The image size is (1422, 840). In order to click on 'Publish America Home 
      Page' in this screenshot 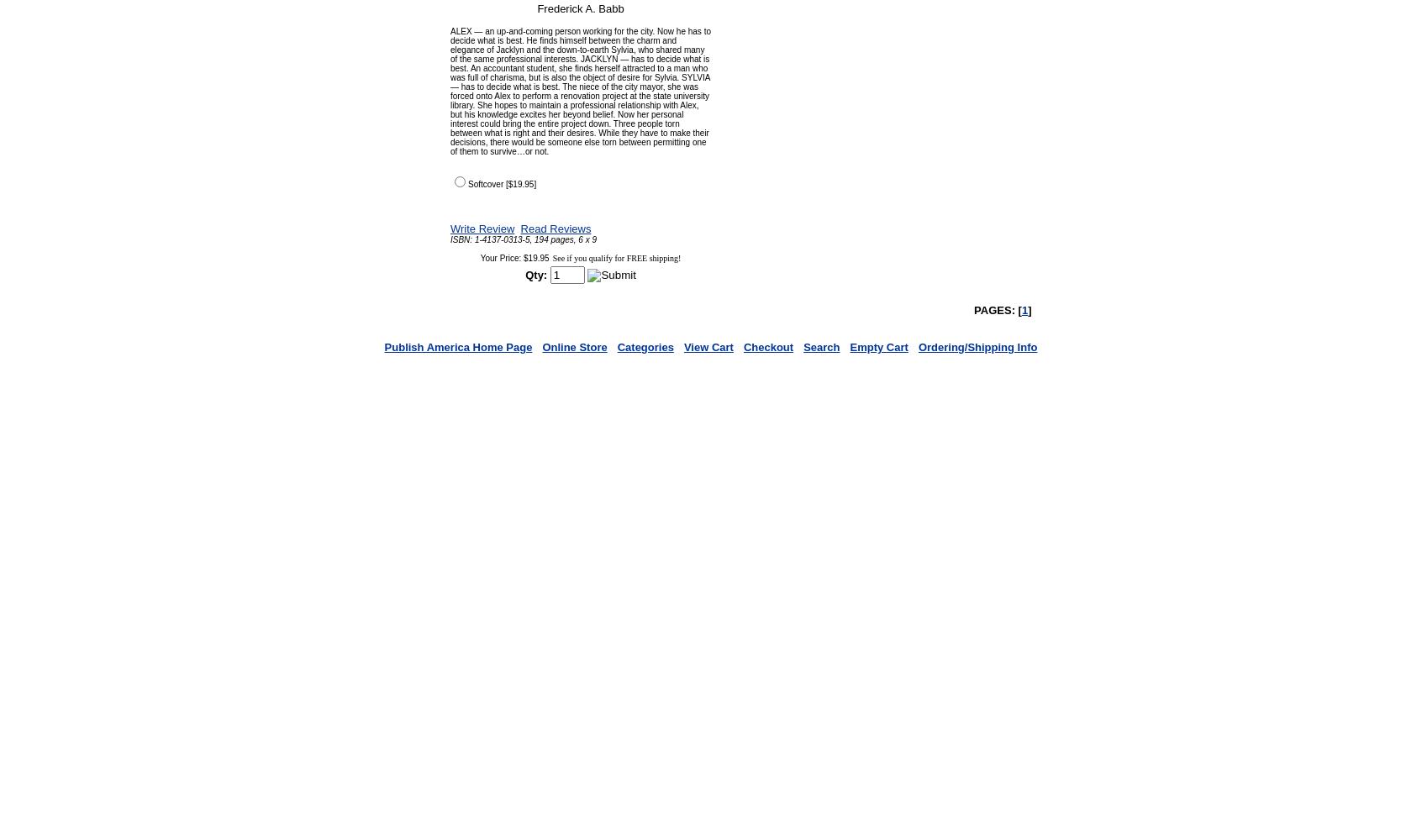, I will do `click(383, 347)`.